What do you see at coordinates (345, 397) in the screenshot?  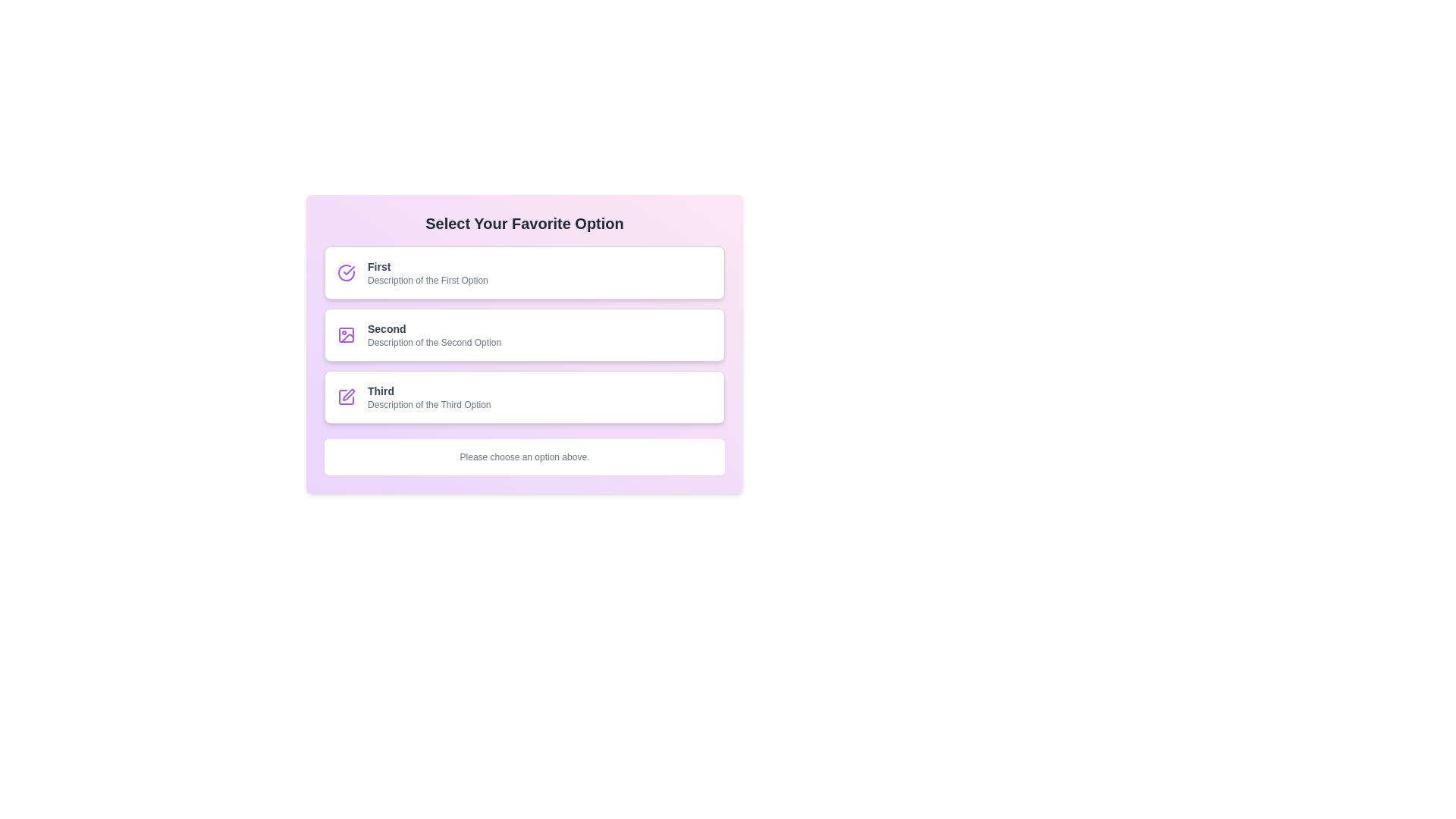 I see `the edit icon representing writing functionality related to the third option card, located at the top-left corner of the card's content` at bounding box center [345, 397].